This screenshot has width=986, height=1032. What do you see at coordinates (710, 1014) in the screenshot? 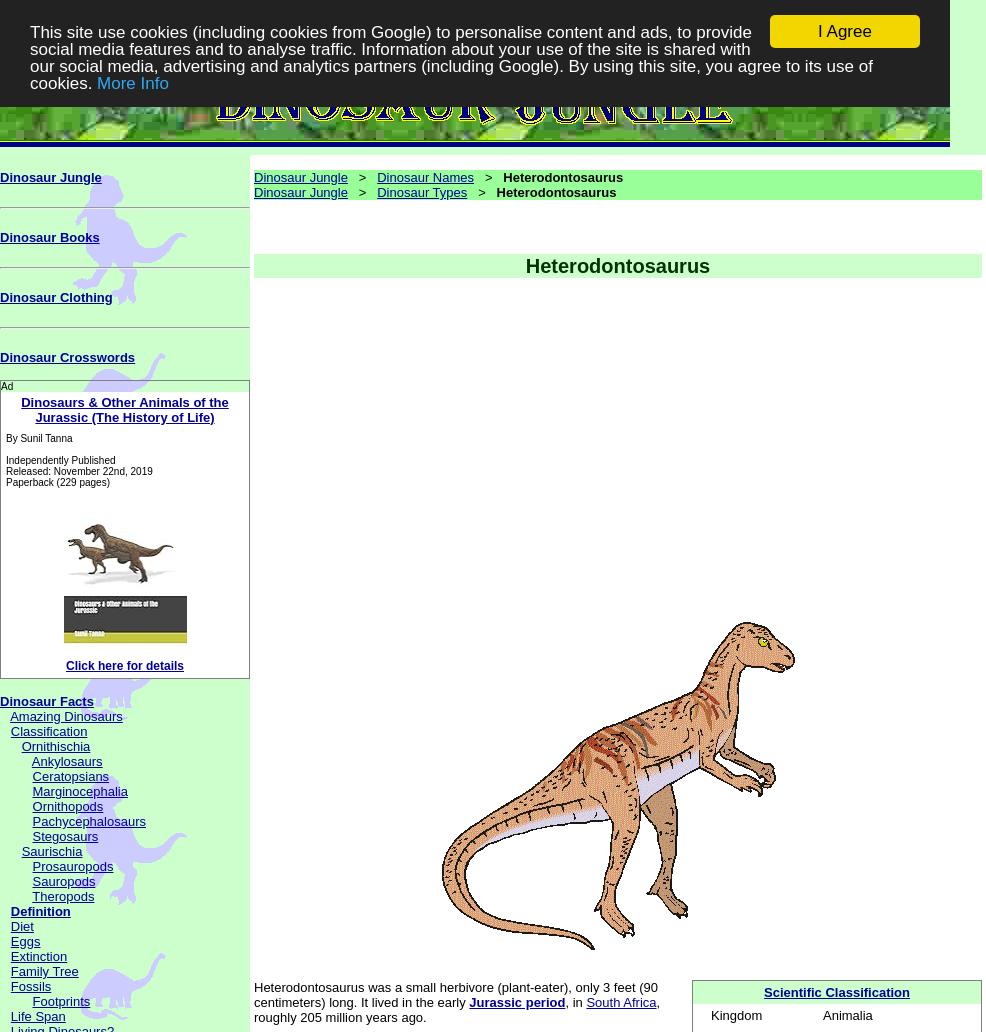
I see `'Kingdom'` at bounding box center [710, 1014].